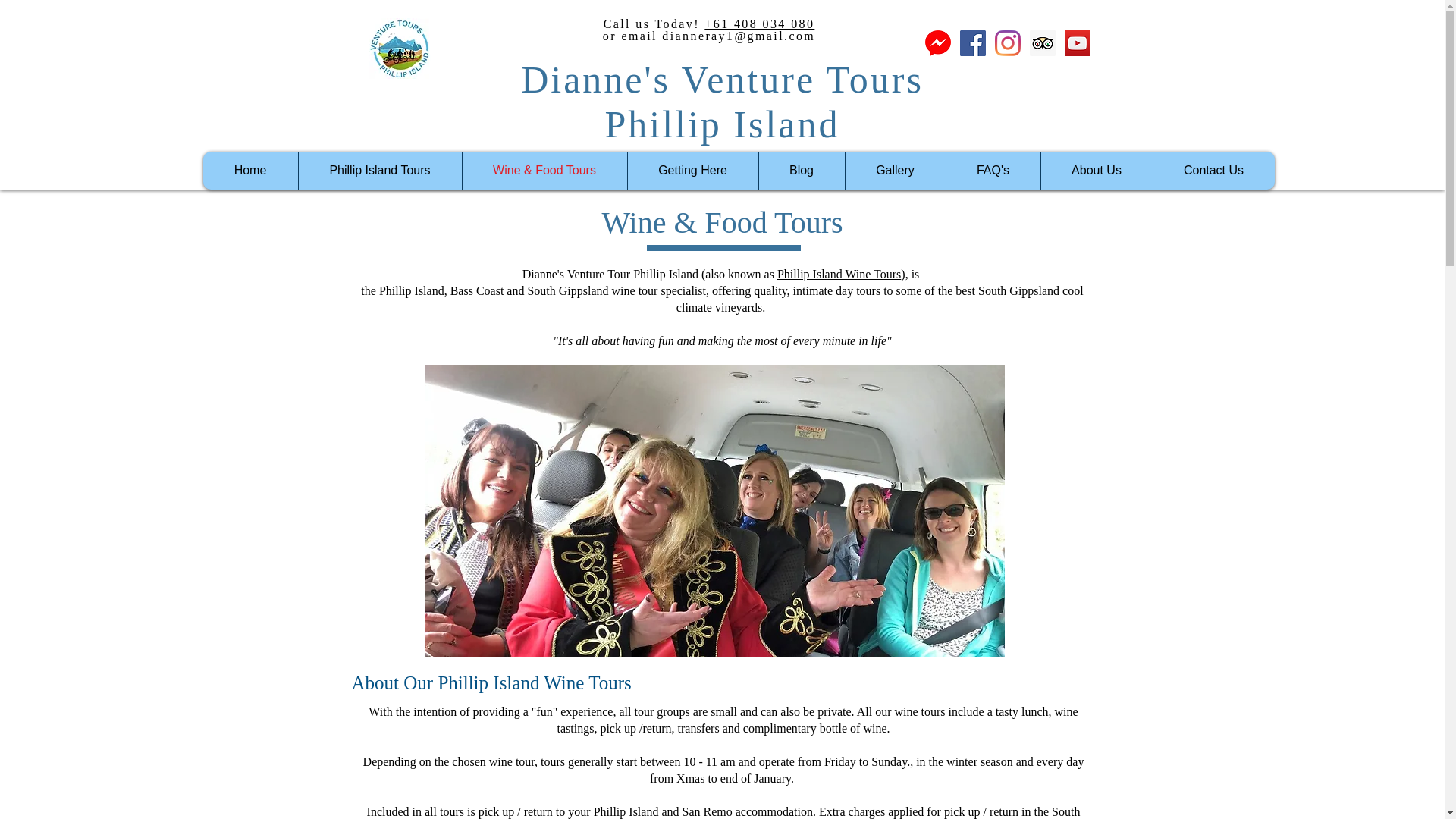 Image resolution: width=1456 pixels, height=819 pixels. What do you see at coordinates (1096, 170) in the screenshot?
I see `'About Us'` at bounding box center [1096, 170].